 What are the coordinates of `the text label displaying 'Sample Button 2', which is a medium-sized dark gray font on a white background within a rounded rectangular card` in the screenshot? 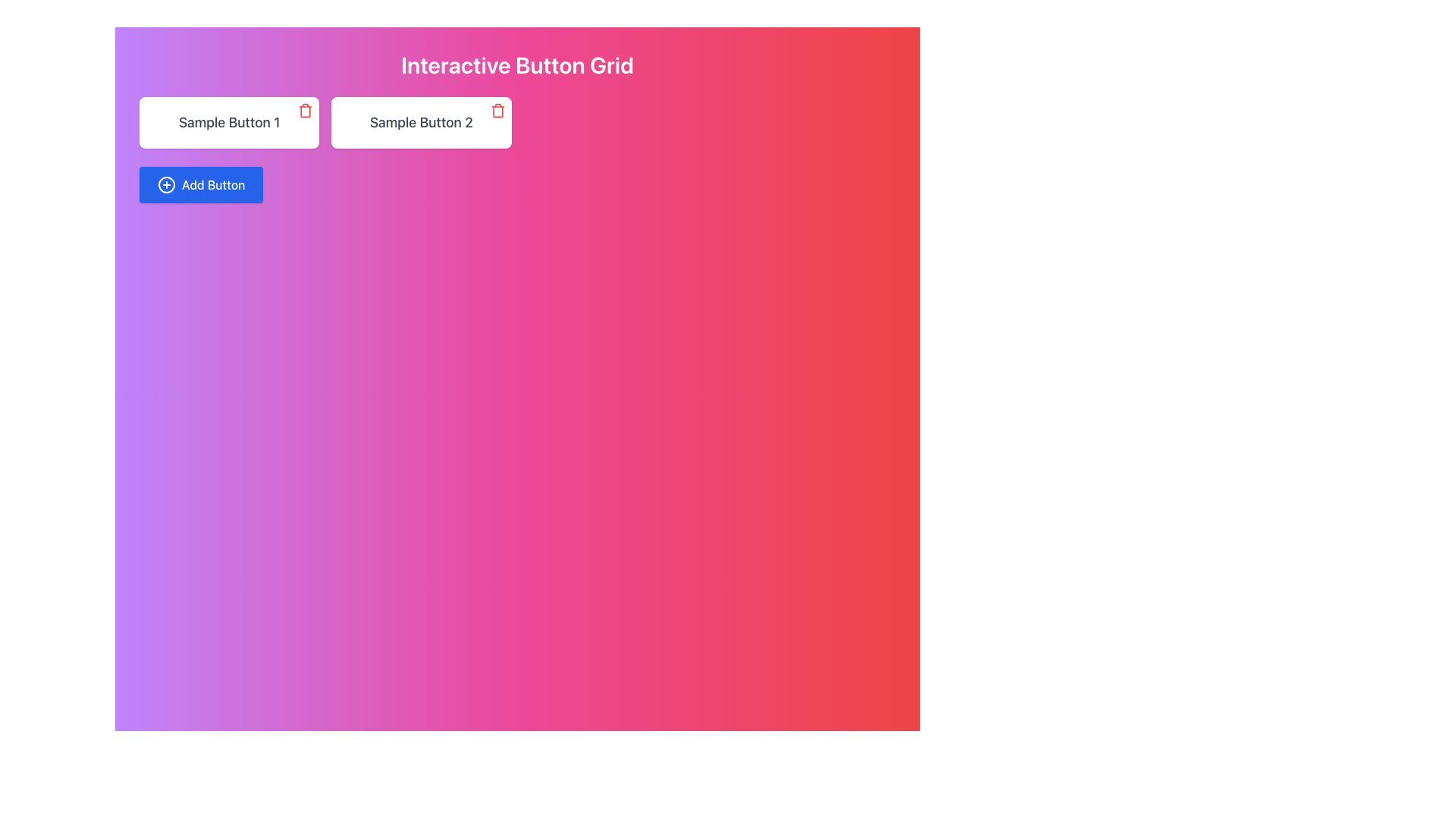 It's located at (421, 121).